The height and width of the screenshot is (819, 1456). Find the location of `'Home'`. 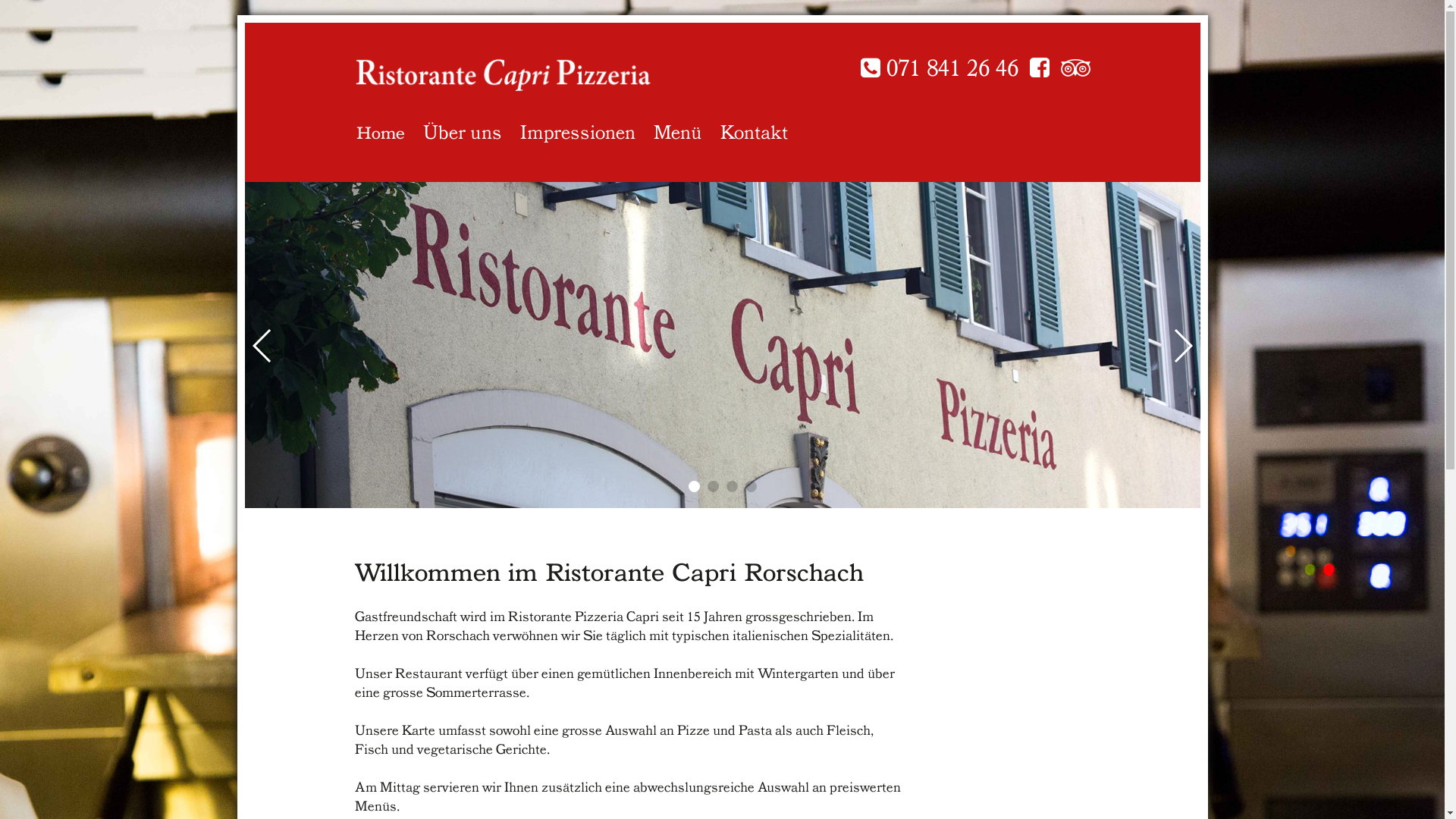

'Home' is located at coordinates (381, 127).